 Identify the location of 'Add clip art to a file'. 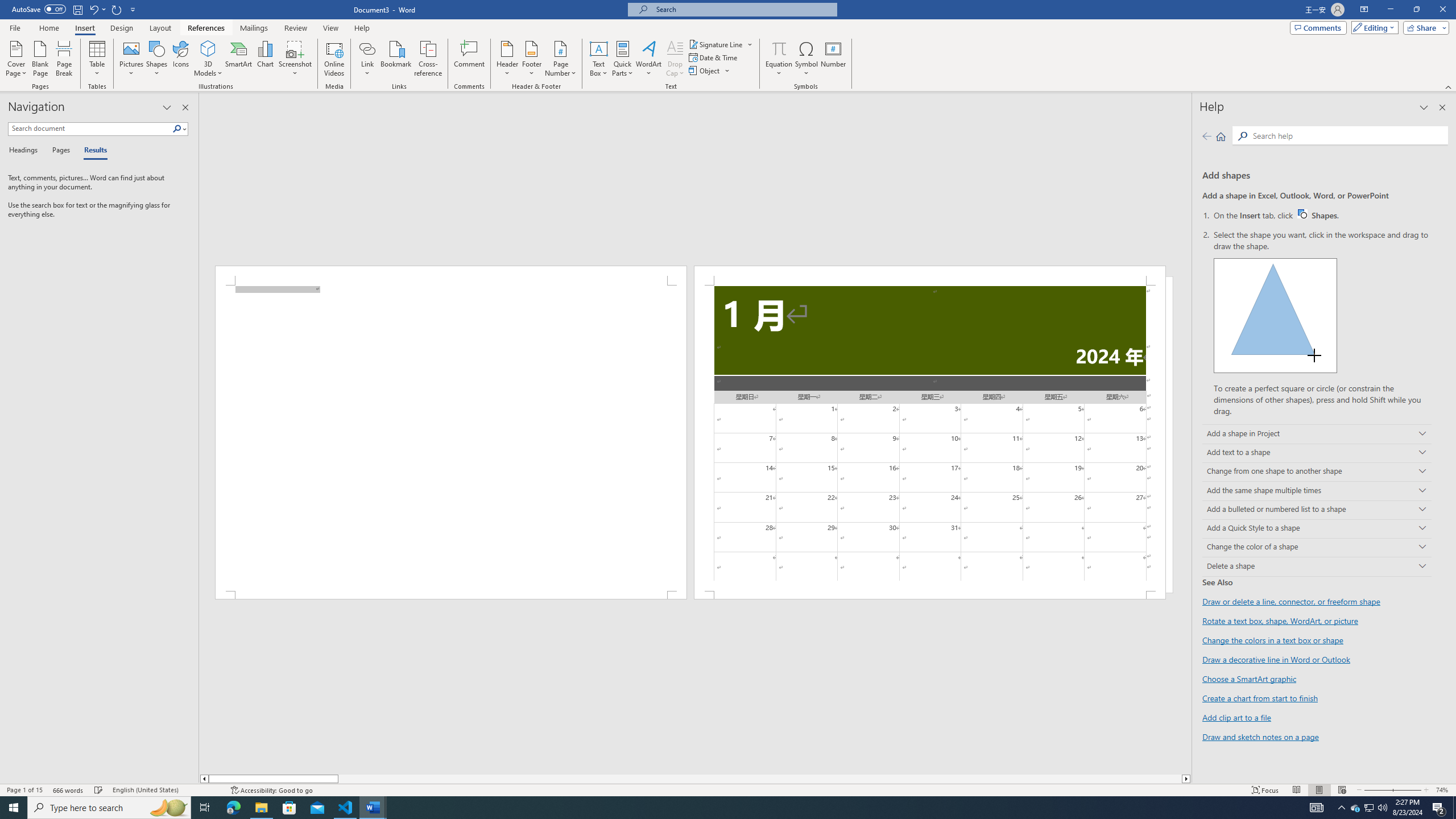
(1236, 717).